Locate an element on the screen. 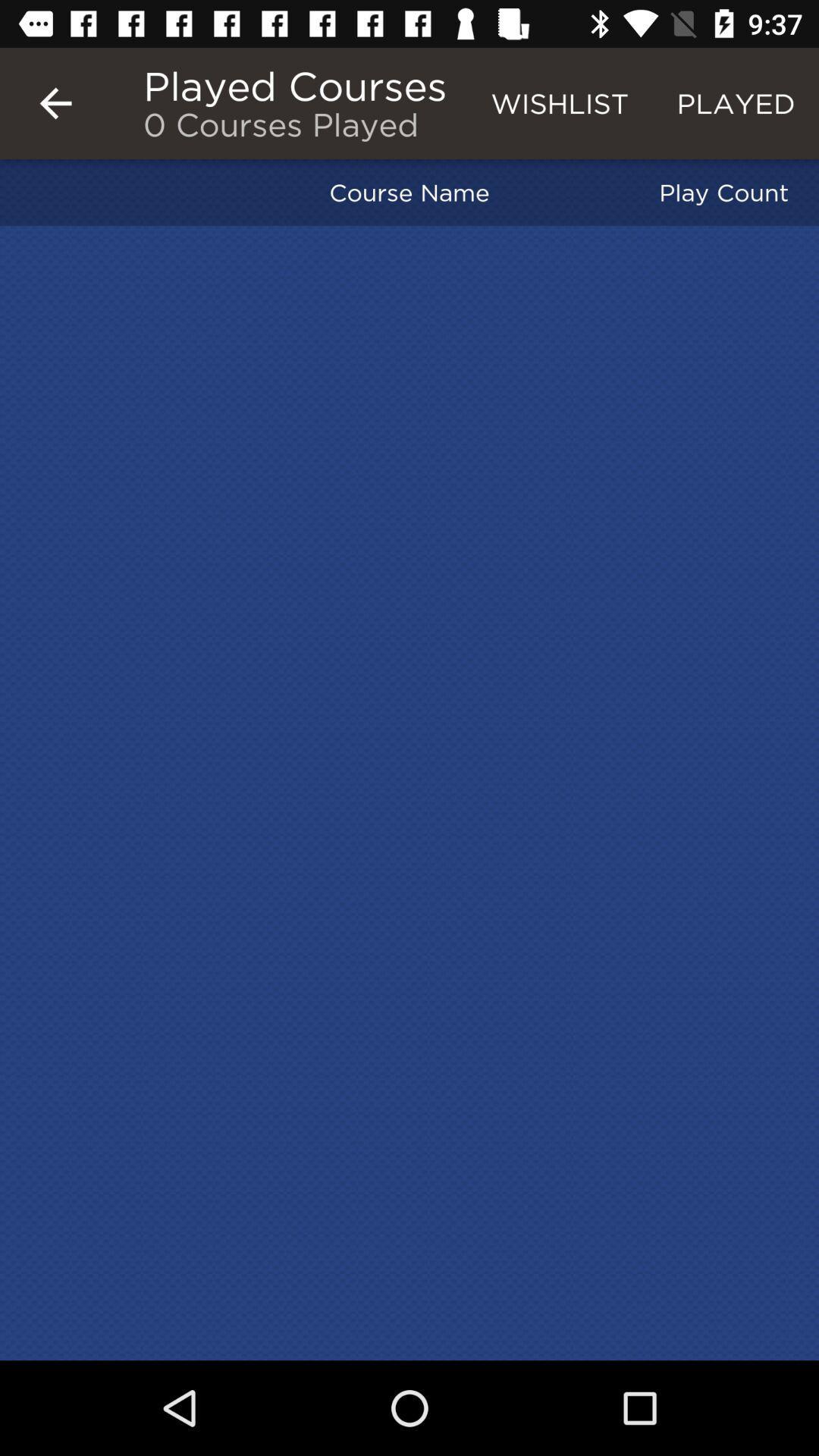 The width and height of the screenshot is (819, 1456). icon next to the played item is located at coordinates (560, 102).